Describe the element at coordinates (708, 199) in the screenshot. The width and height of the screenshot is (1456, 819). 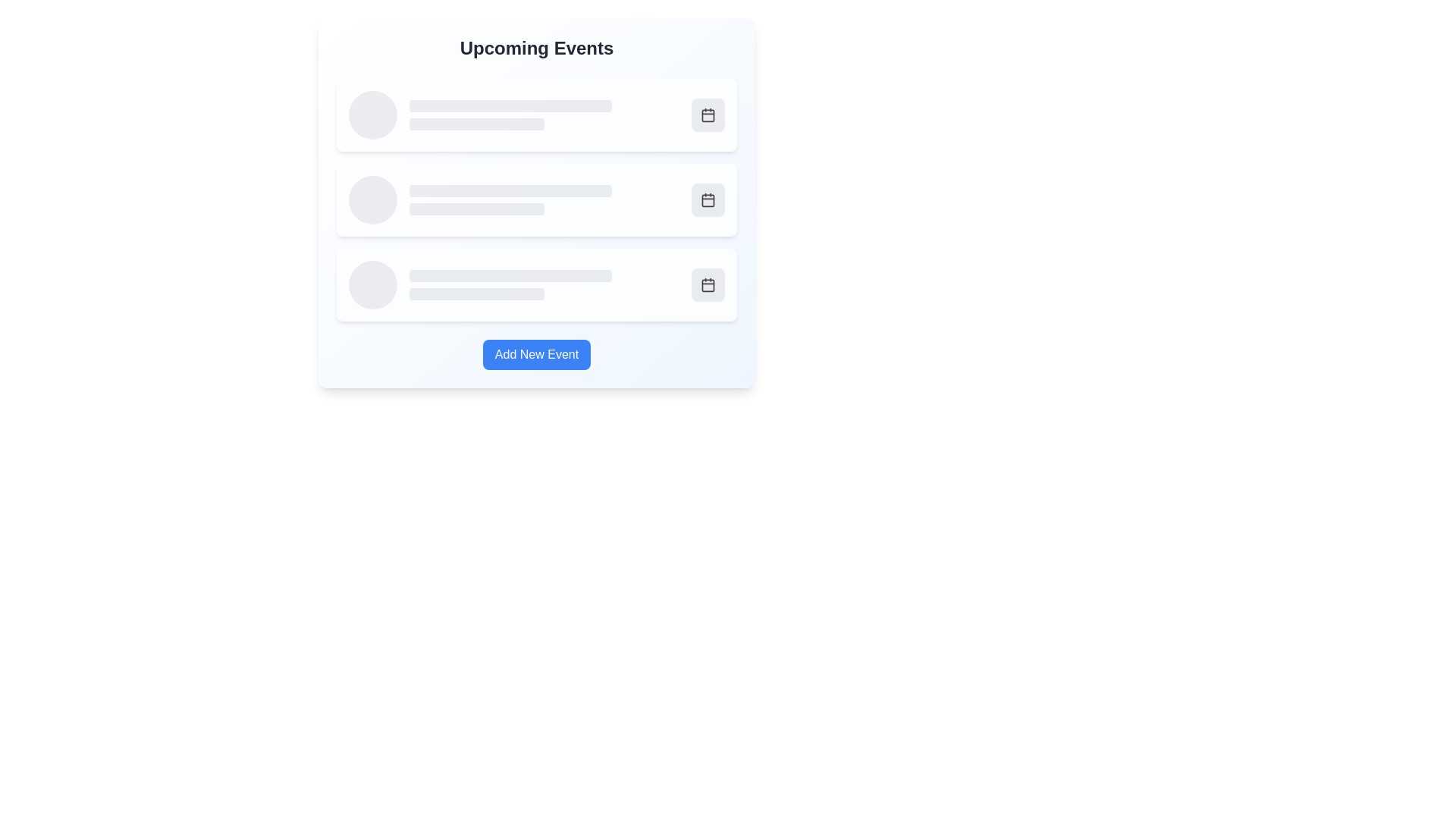
I see `the calendar icon located in the third row of the list on the right side` at that location.